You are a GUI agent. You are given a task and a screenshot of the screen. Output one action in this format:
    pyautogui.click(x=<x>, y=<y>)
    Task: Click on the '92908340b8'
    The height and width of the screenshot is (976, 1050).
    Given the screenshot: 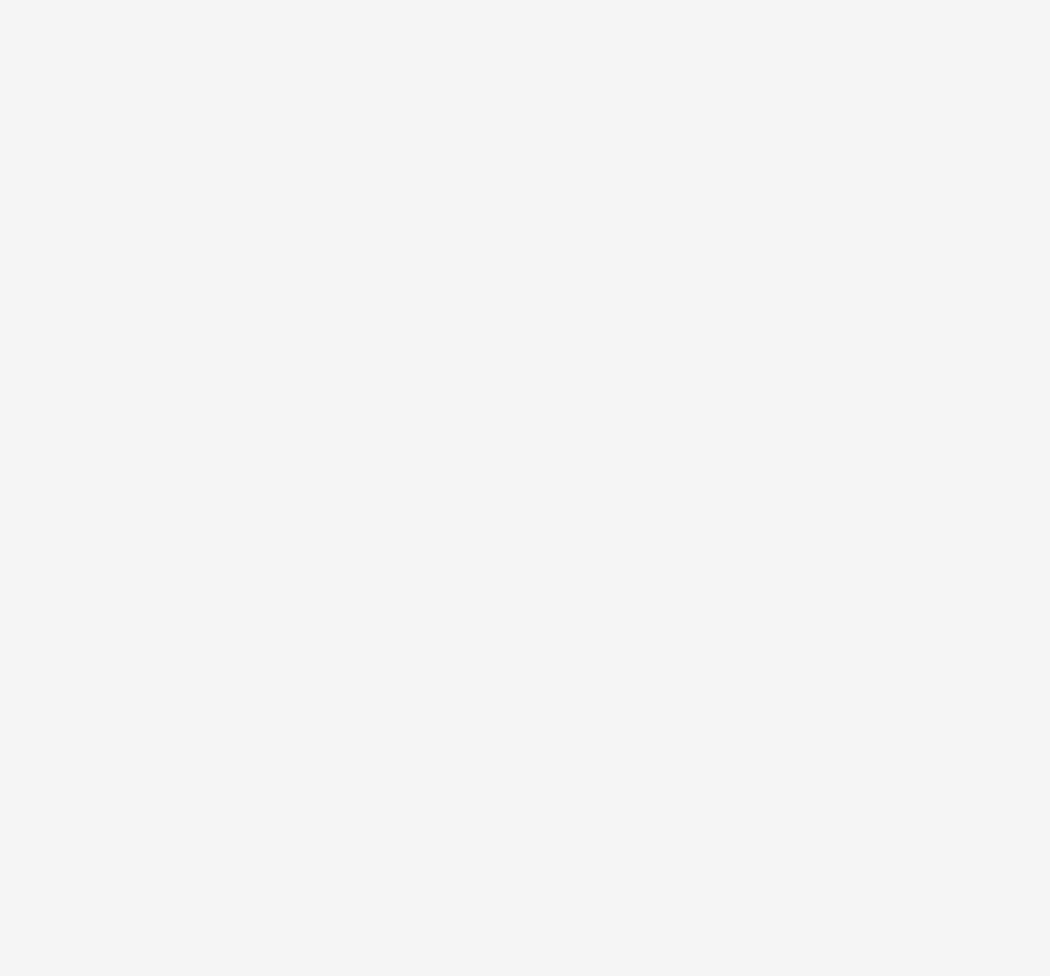 What is the action you would take?
    pyautogui.click(x=222, y=693)
    